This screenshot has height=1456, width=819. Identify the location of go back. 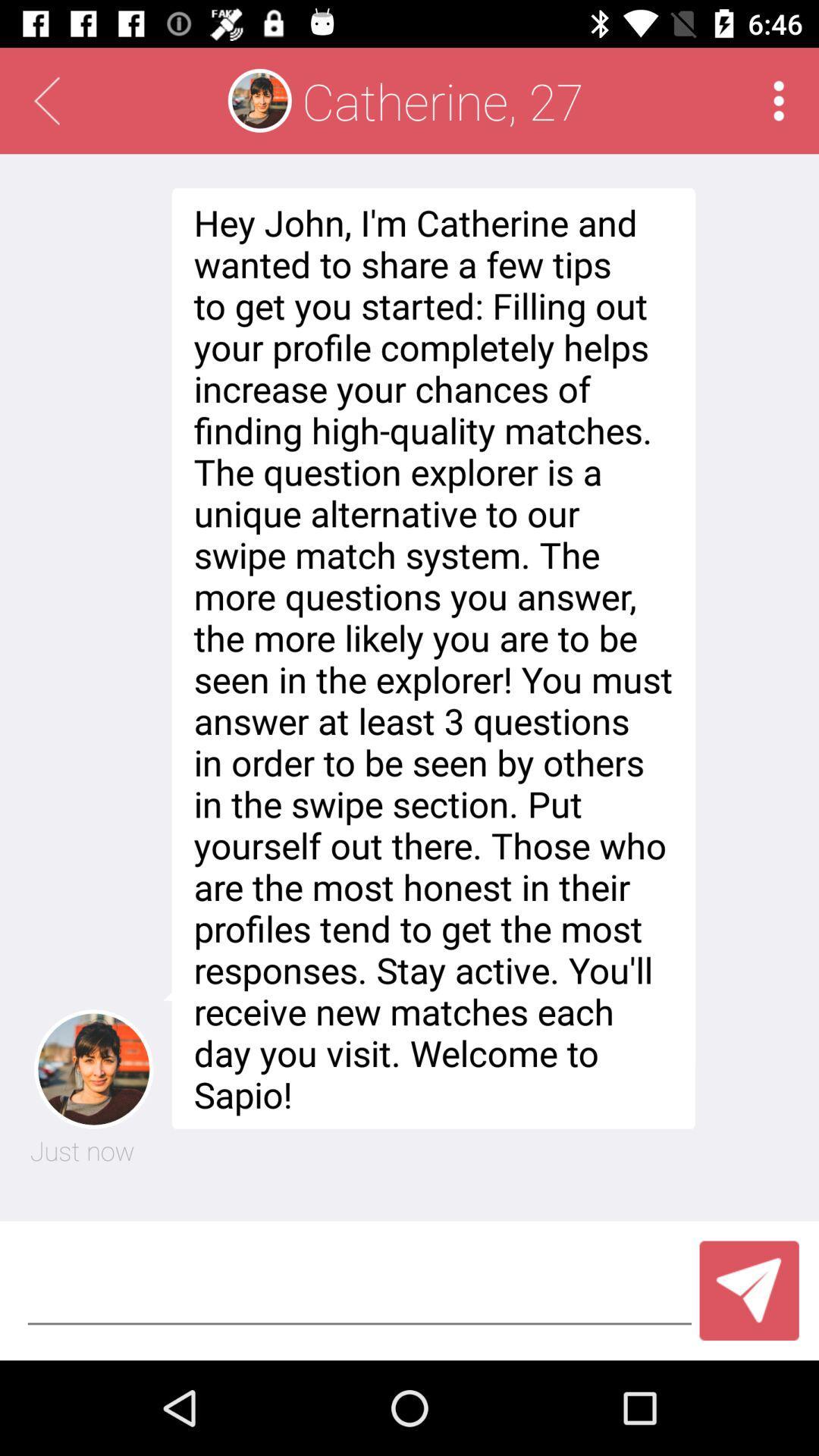
(45, 100).